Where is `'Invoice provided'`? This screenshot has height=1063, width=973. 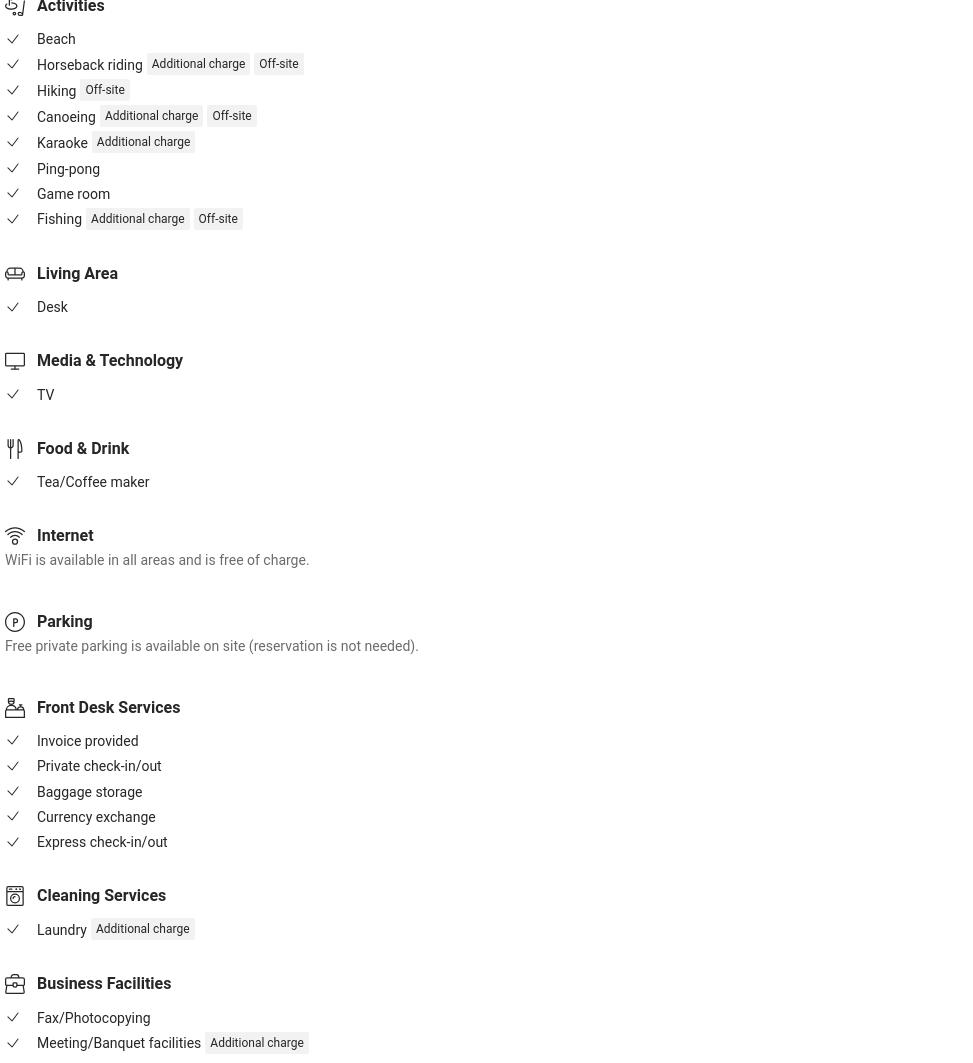
'Invoice provided' is located at coordinates (86, 740).